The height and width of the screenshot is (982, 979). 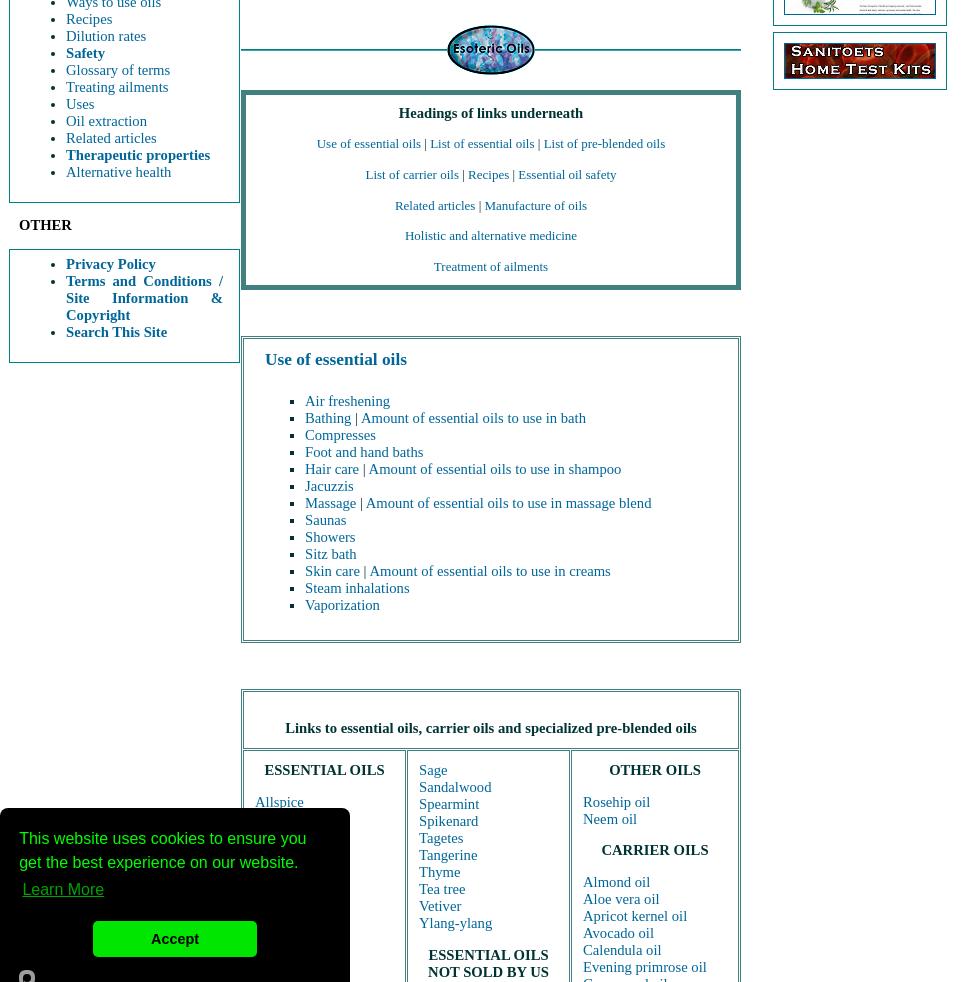 I want to click on 'Bay', so click(x=266, y=851).